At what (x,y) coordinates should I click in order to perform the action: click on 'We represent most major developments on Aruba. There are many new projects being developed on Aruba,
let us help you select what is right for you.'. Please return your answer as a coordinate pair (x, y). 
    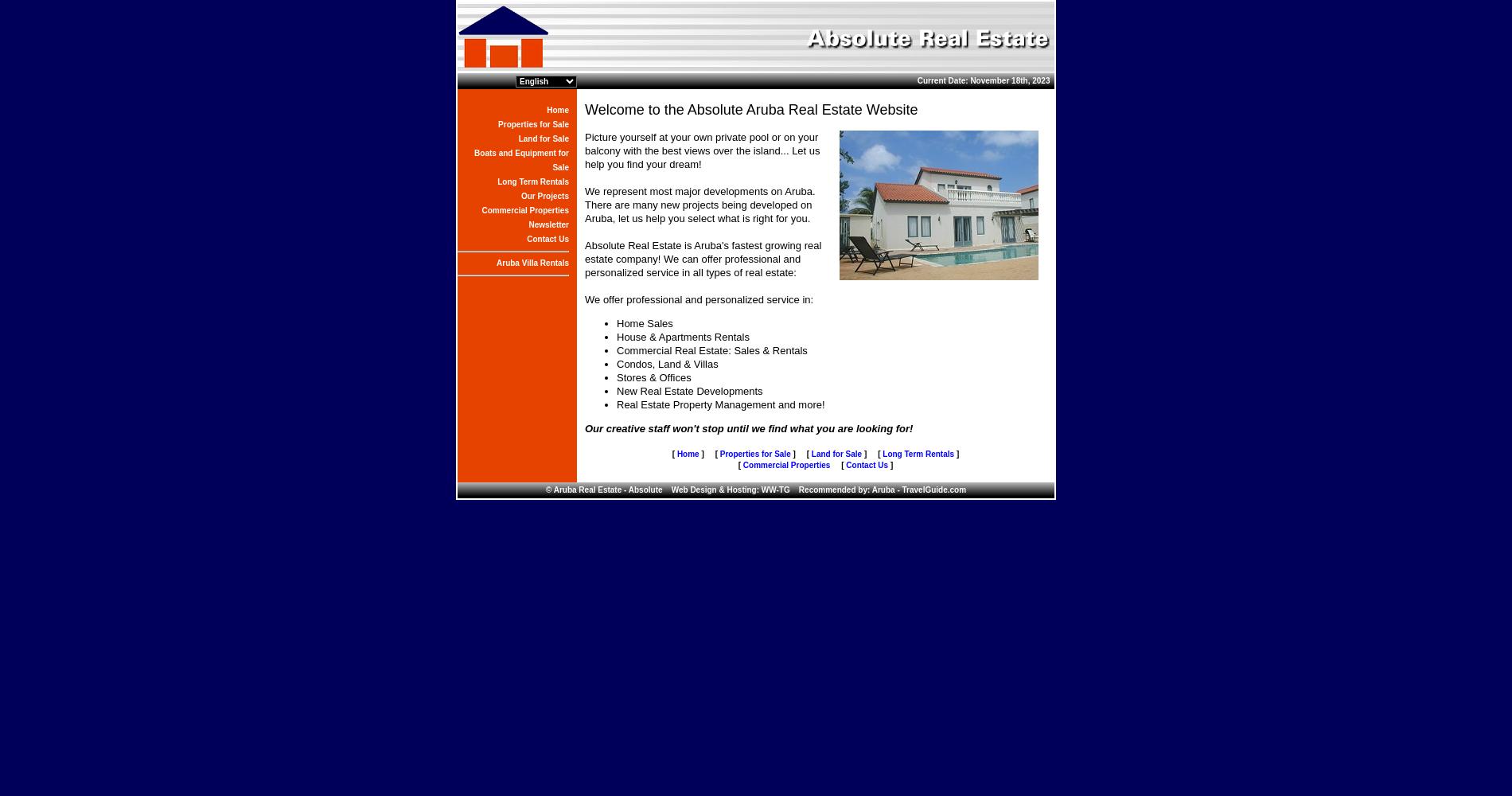
    Looking at the image, I should click on (699, 205).